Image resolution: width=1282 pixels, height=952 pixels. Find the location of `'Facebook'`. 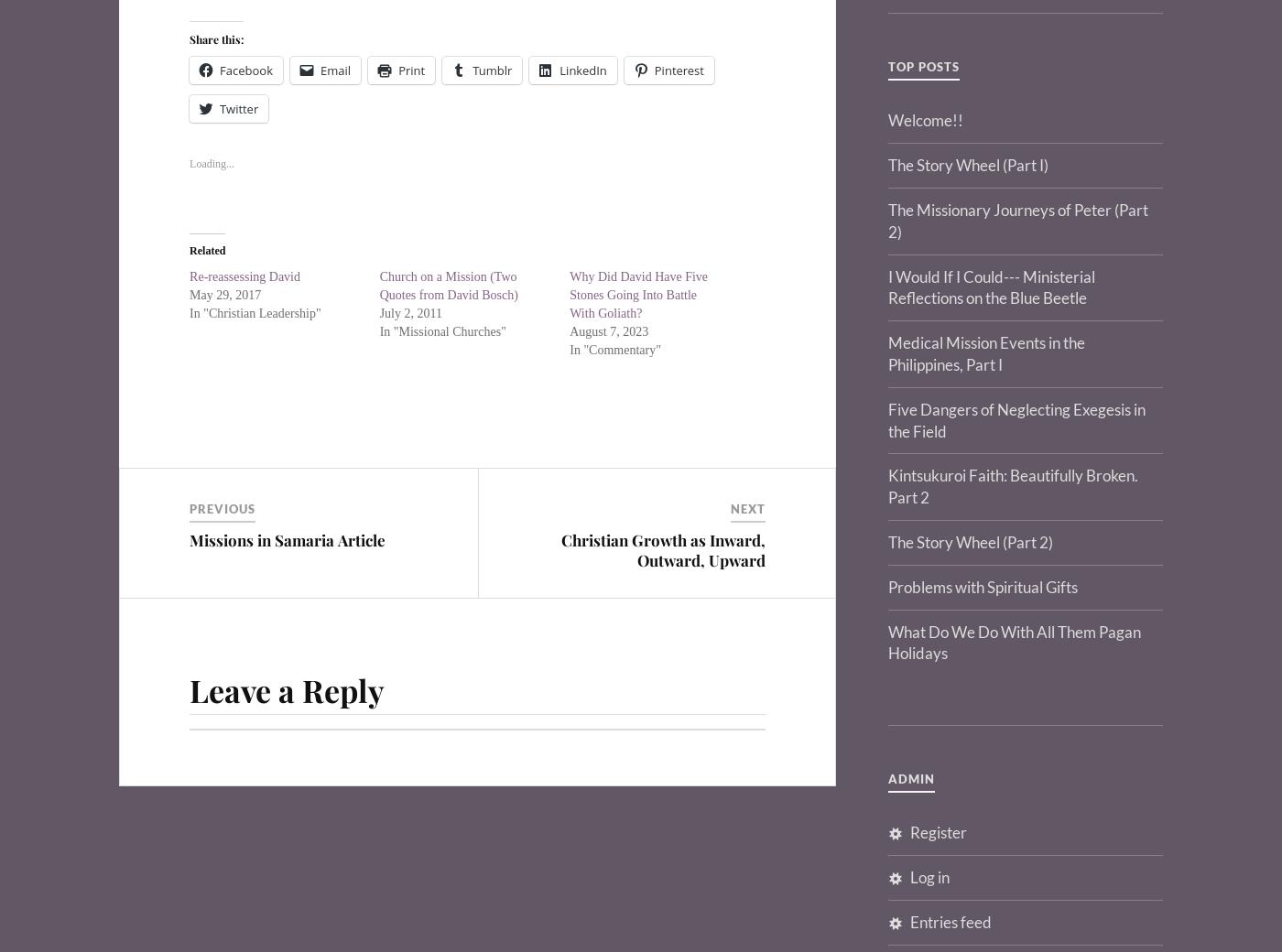

'Facebook' is located at coordinates (245, 69).